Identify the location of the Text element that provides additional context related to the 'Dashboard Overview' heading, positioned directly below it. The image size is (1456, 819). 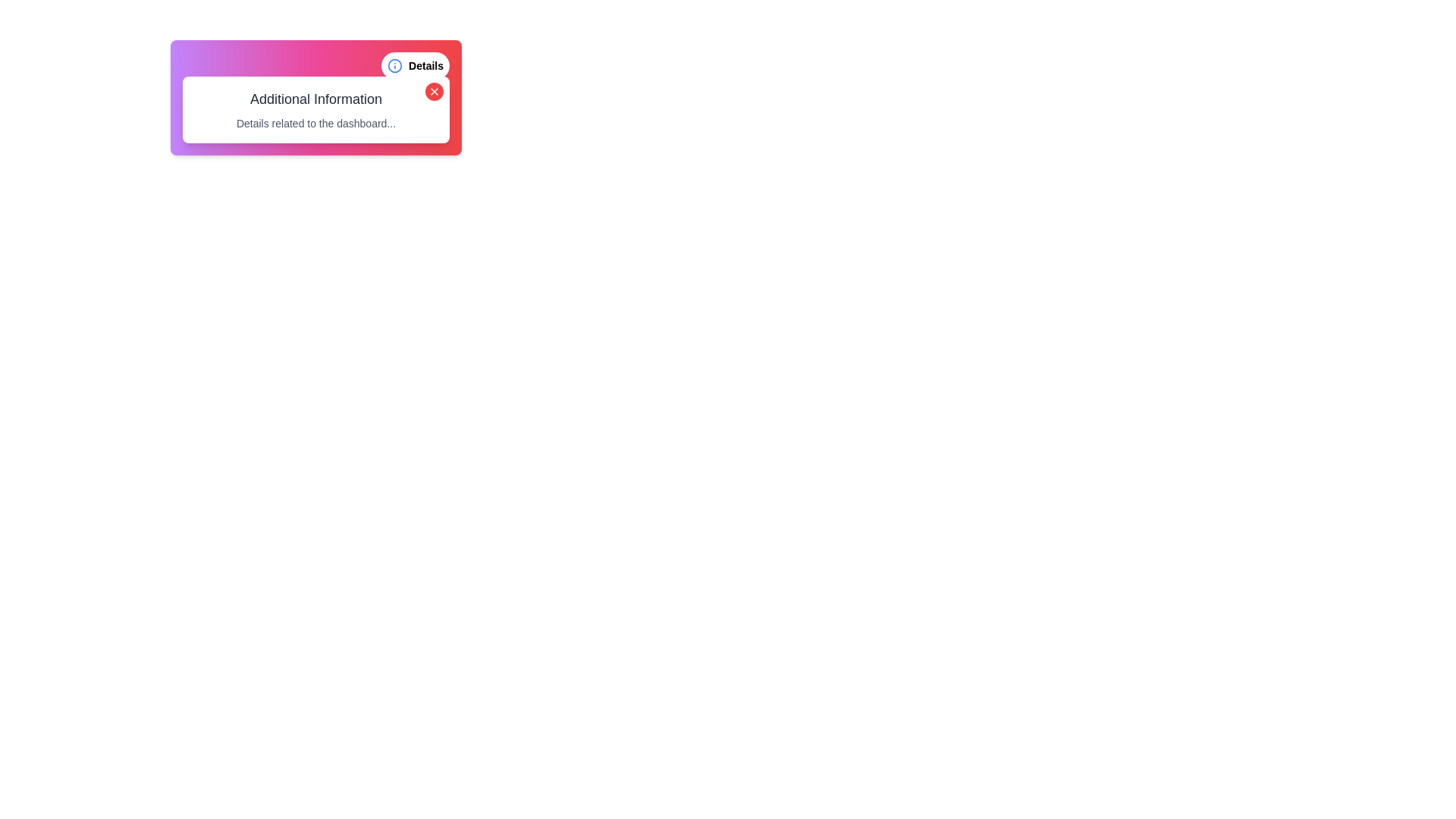
(315, 134).